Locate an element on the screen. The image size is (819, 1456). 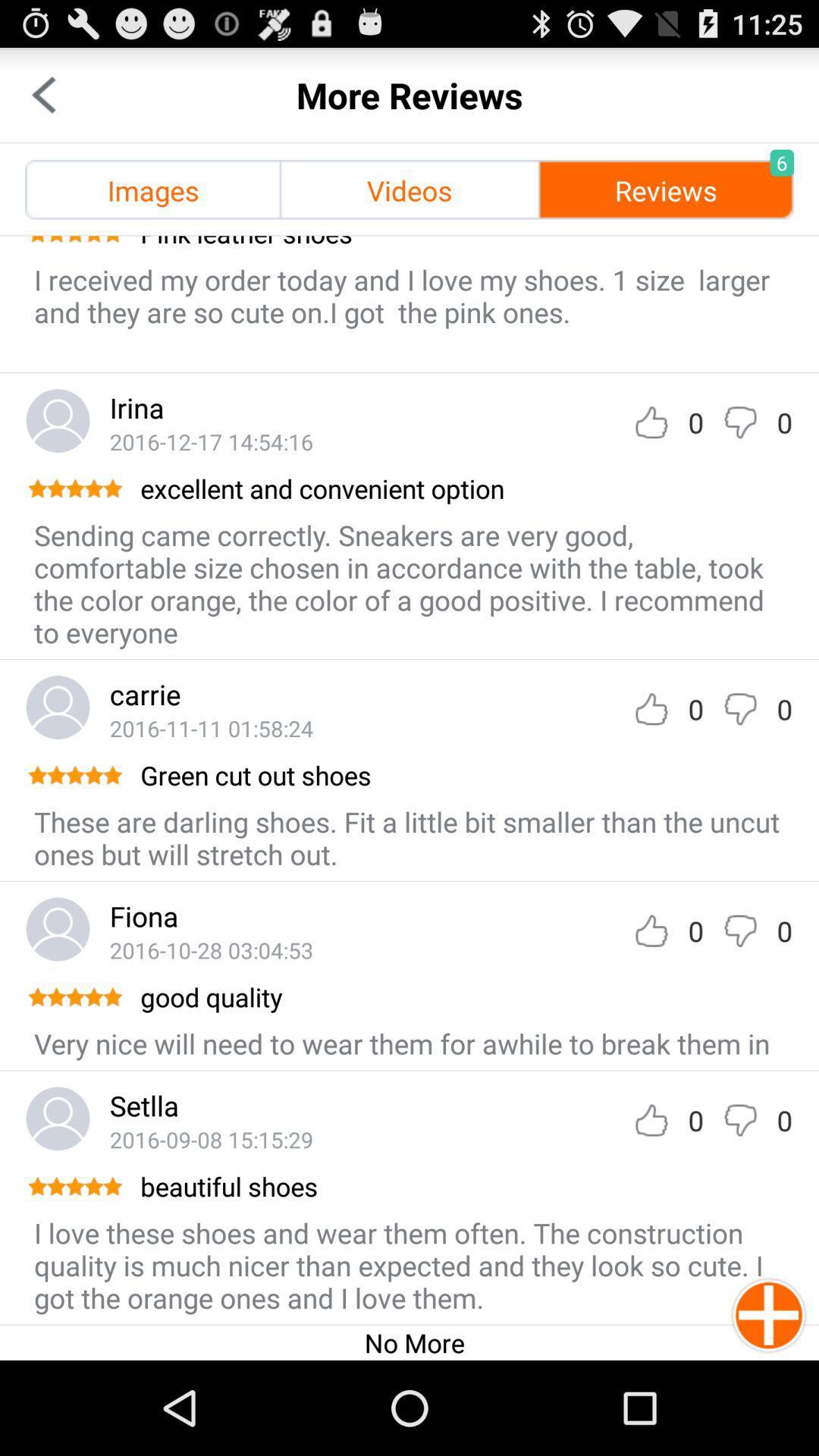
liked is located at coordinates (651, 422).